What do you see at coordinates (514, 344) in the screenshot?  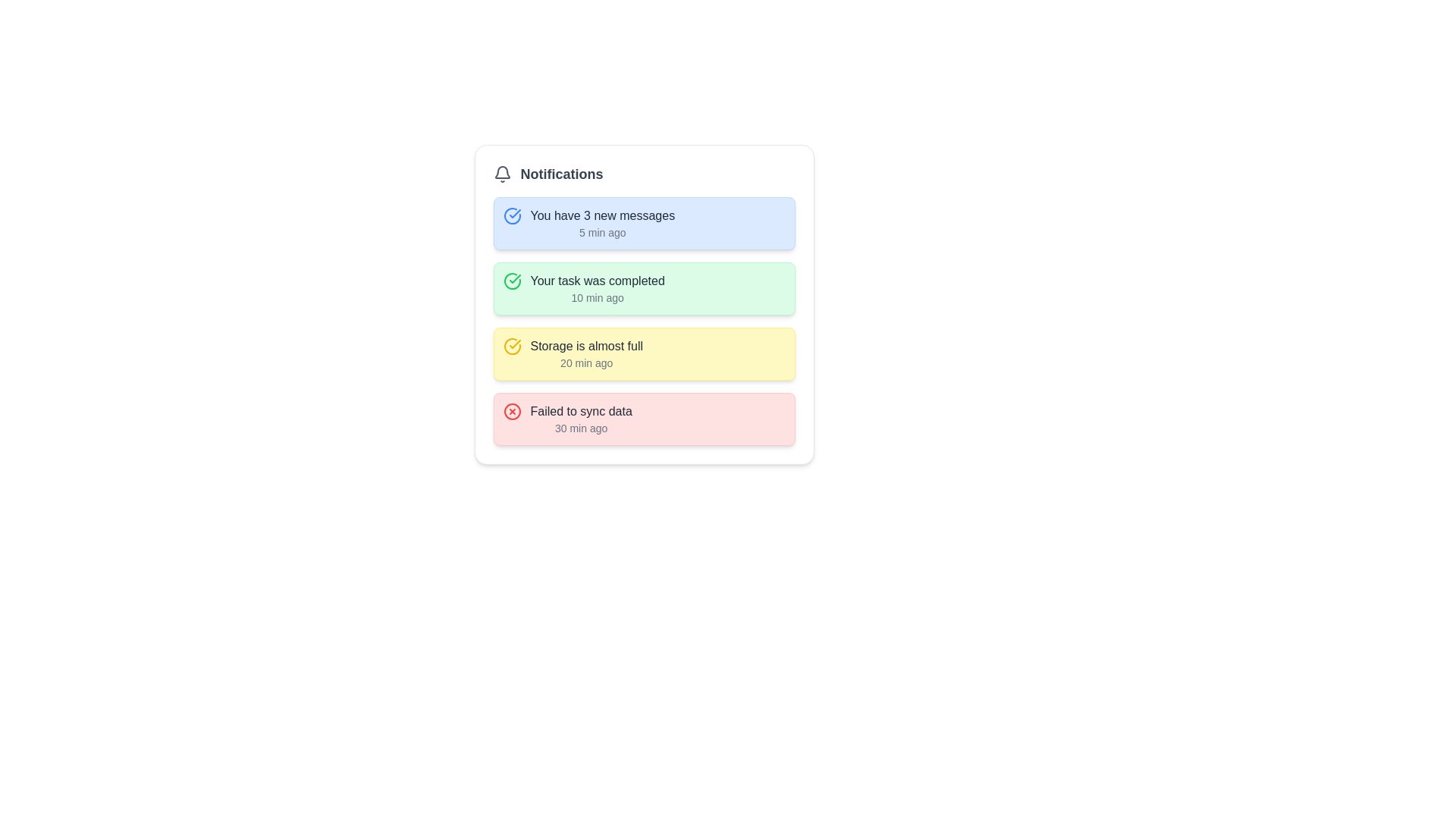 I see `the appearance of the Check mark icon, which signifies successful task completion, located in the second row of the 'Notifications' section within the green notification box` at bounding box center [514, 344].